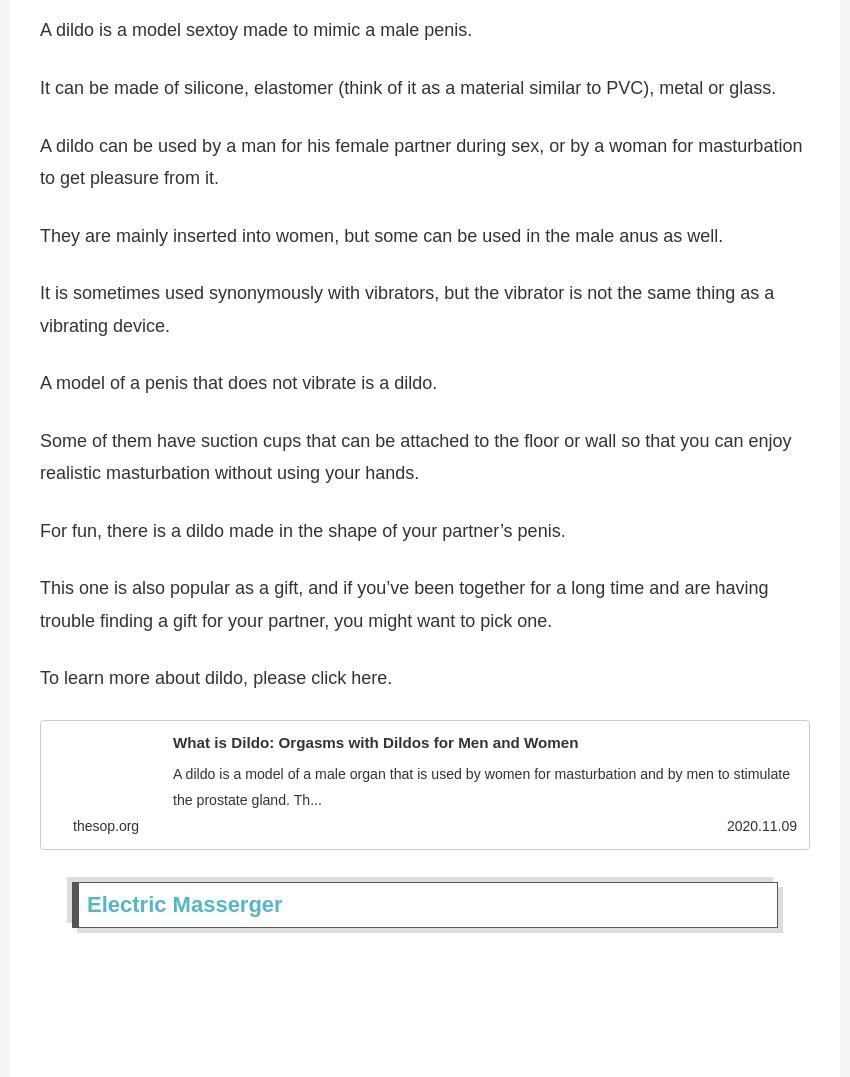 The image size is (850, 1077). What do you see at coordinates (73, 833) in the screenshot?
I see `'thesop.org'` at bounding box center [73, 833].